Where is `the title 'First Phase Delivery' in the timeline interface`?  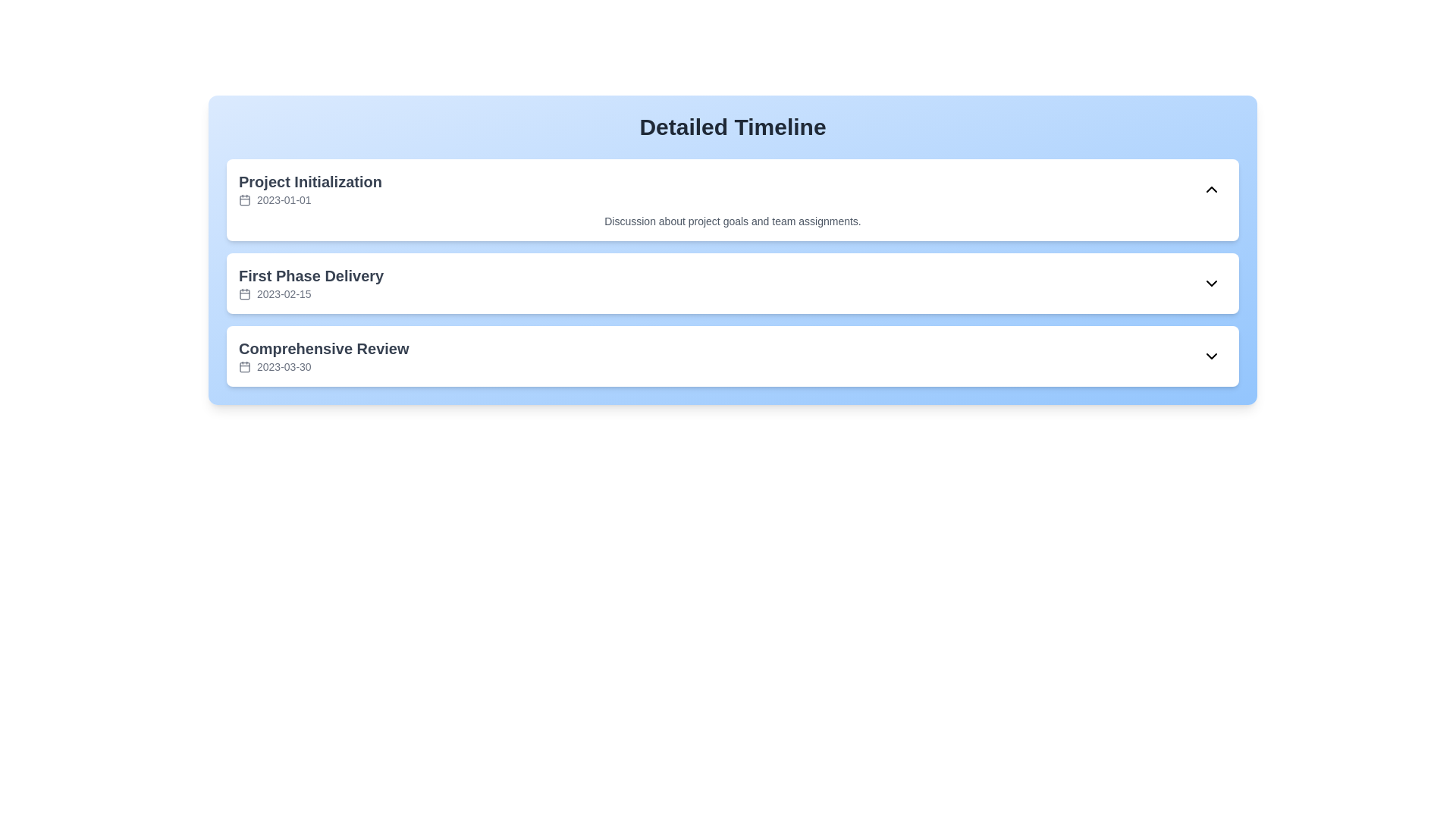
the title 'First Phase Delivery' in the timeline interface is located at coordinates (310, 284).